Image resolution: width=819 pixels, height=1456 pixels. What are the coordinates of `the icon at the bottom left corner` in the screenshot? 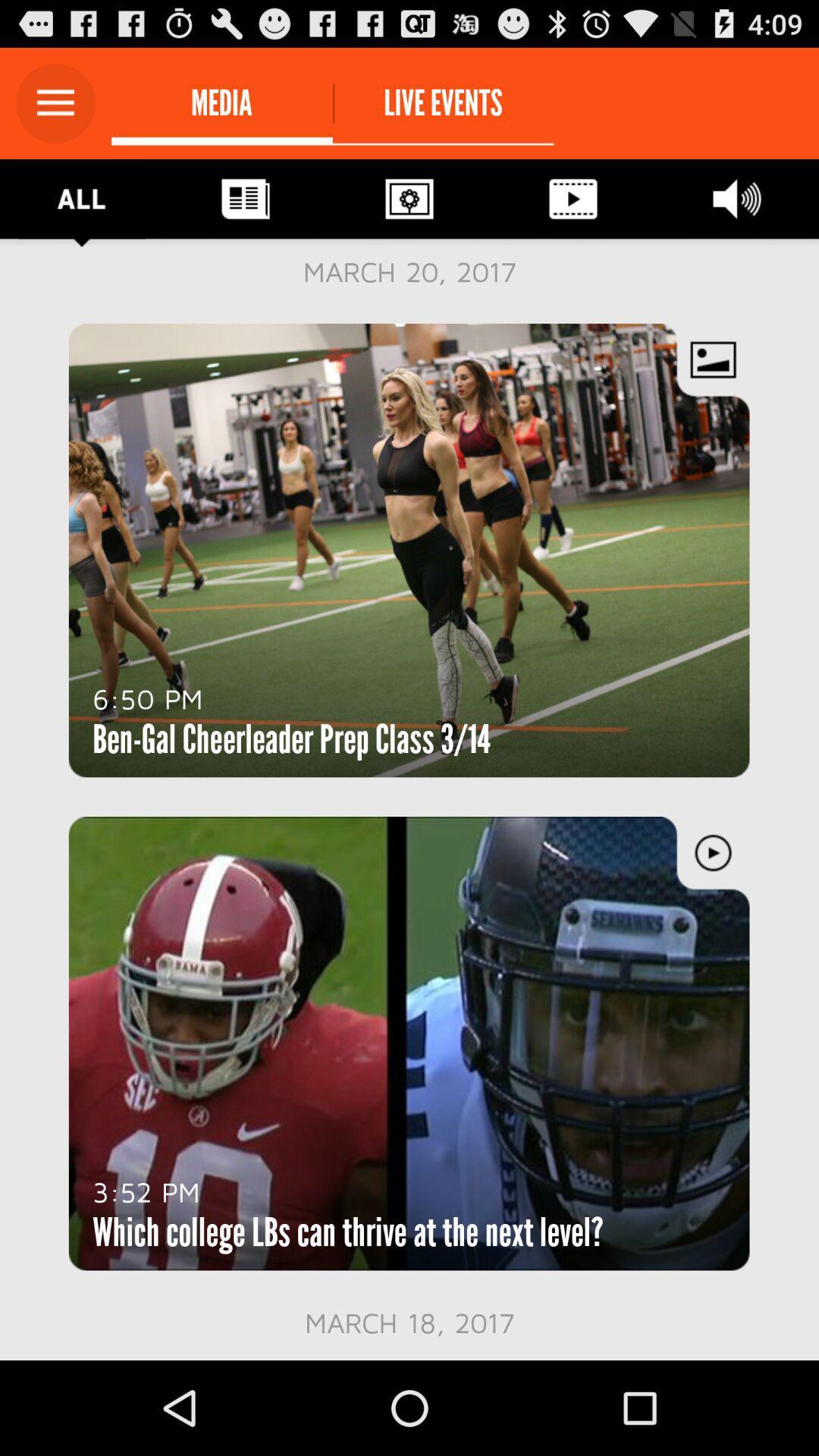 It's located at (146, 1191).